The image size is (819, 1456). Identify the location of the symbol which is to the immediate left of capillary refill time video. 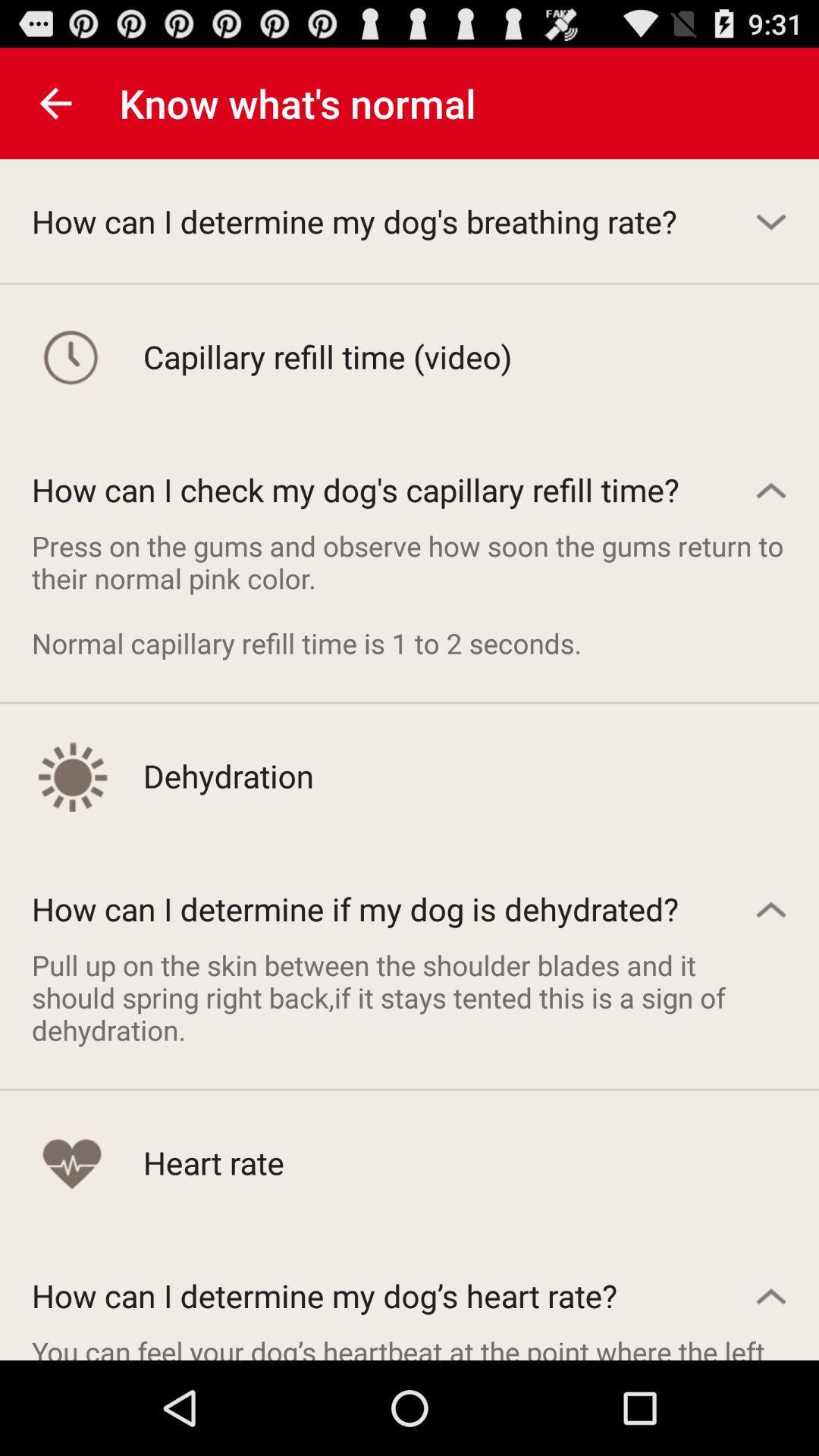
(71, 356).